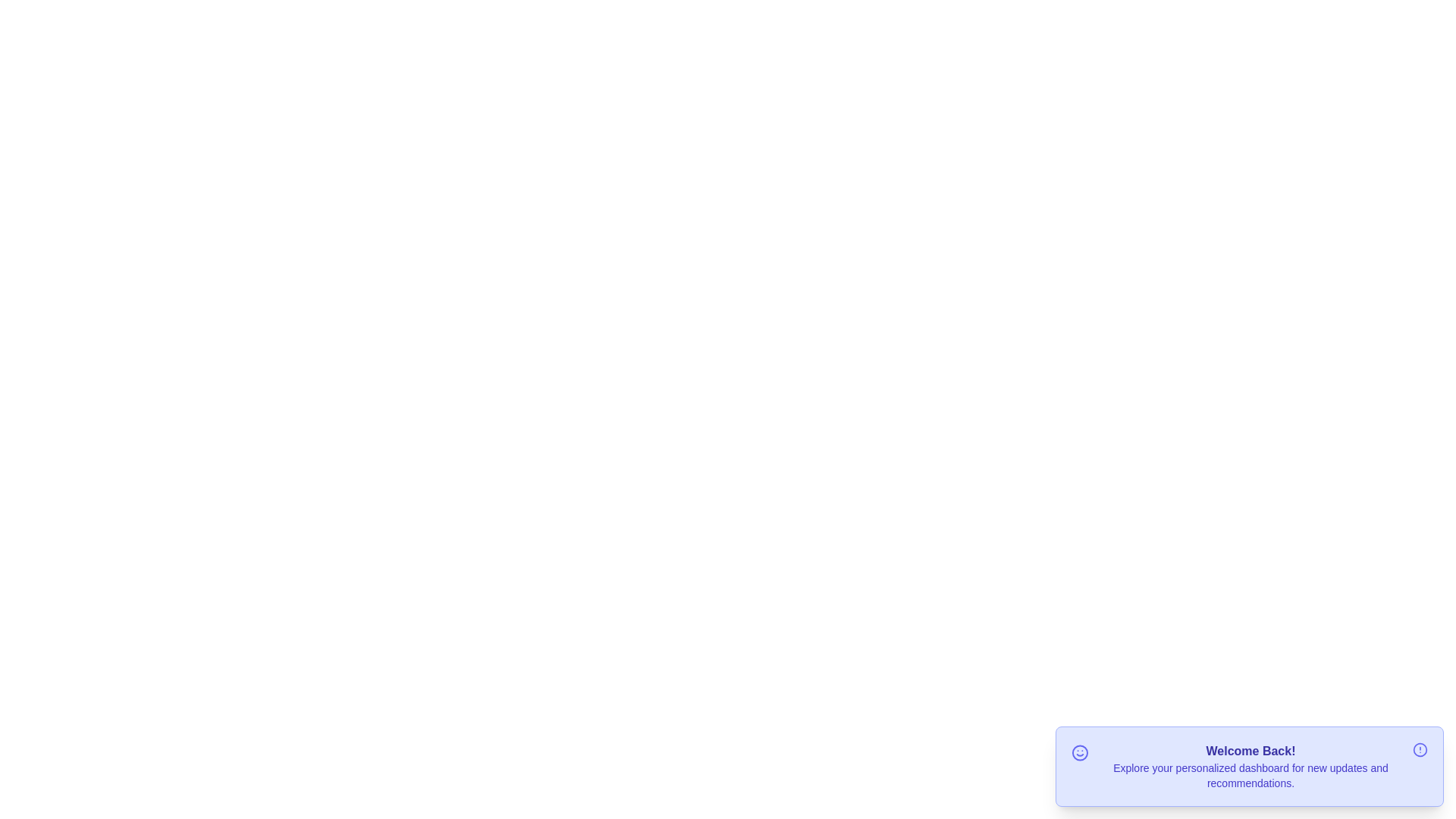 The width and height of the screenshot is (1456, 819). What do you see at coordinates (1365, 760) in the screenshot?
I see `the word 'and' within the notification text` at bounding box center [1365, 760].